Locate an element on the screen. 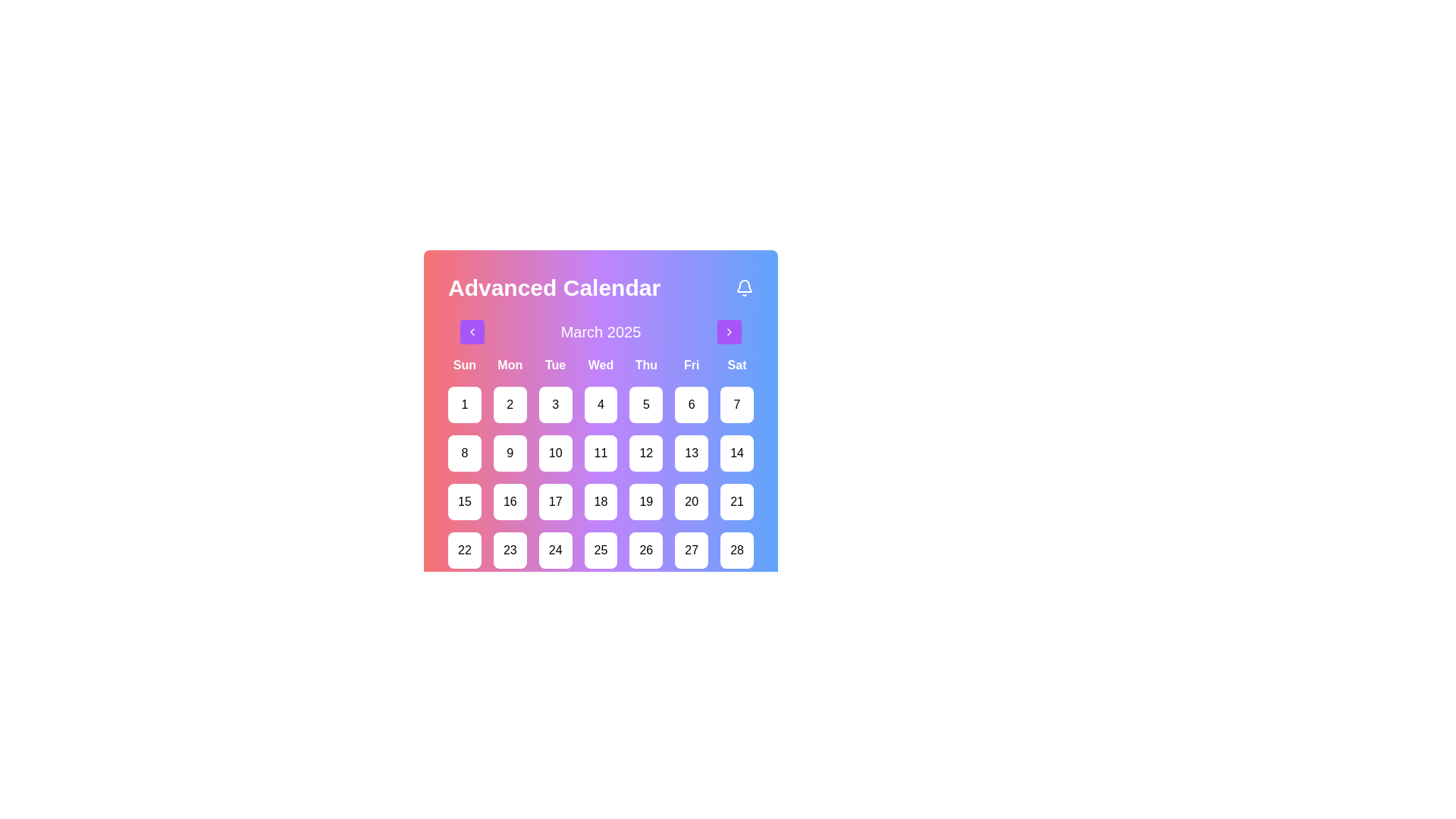 This screenshot has width=1456, height=819. the calendar cell displaying the date '4' located under the 'Wed' column in the first row of numbered days is located at coordinates (600, 403).